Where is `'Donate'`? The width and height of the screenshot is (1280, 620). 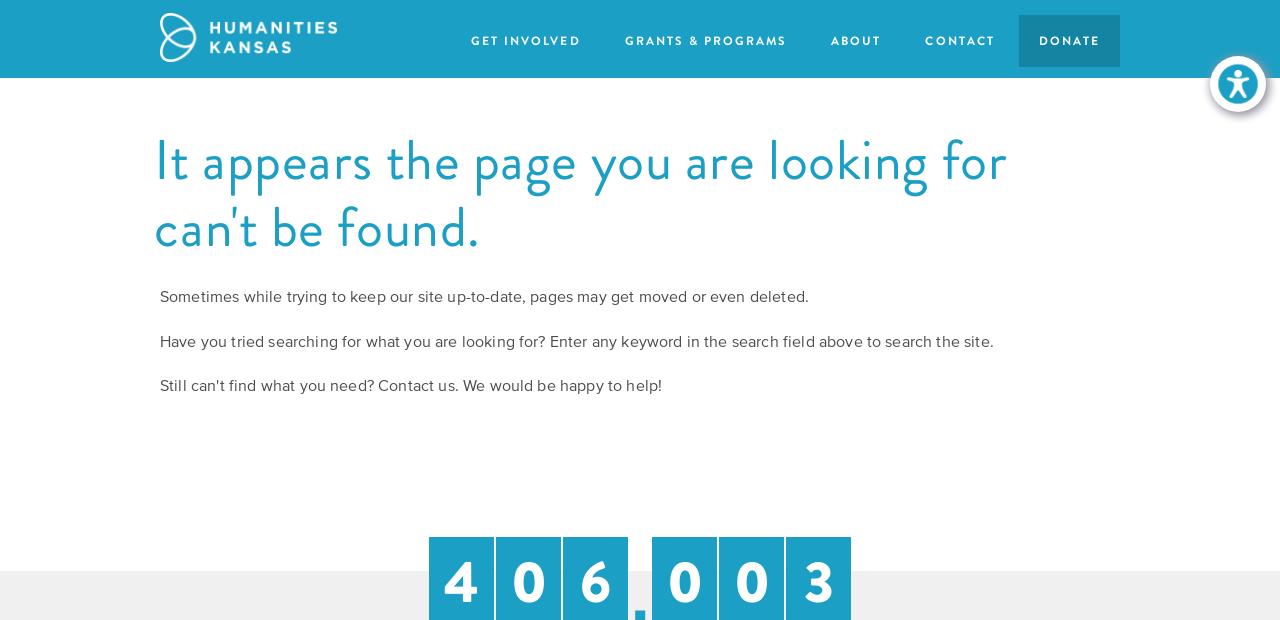 'Donate' is located at coordinates (1068, 39).